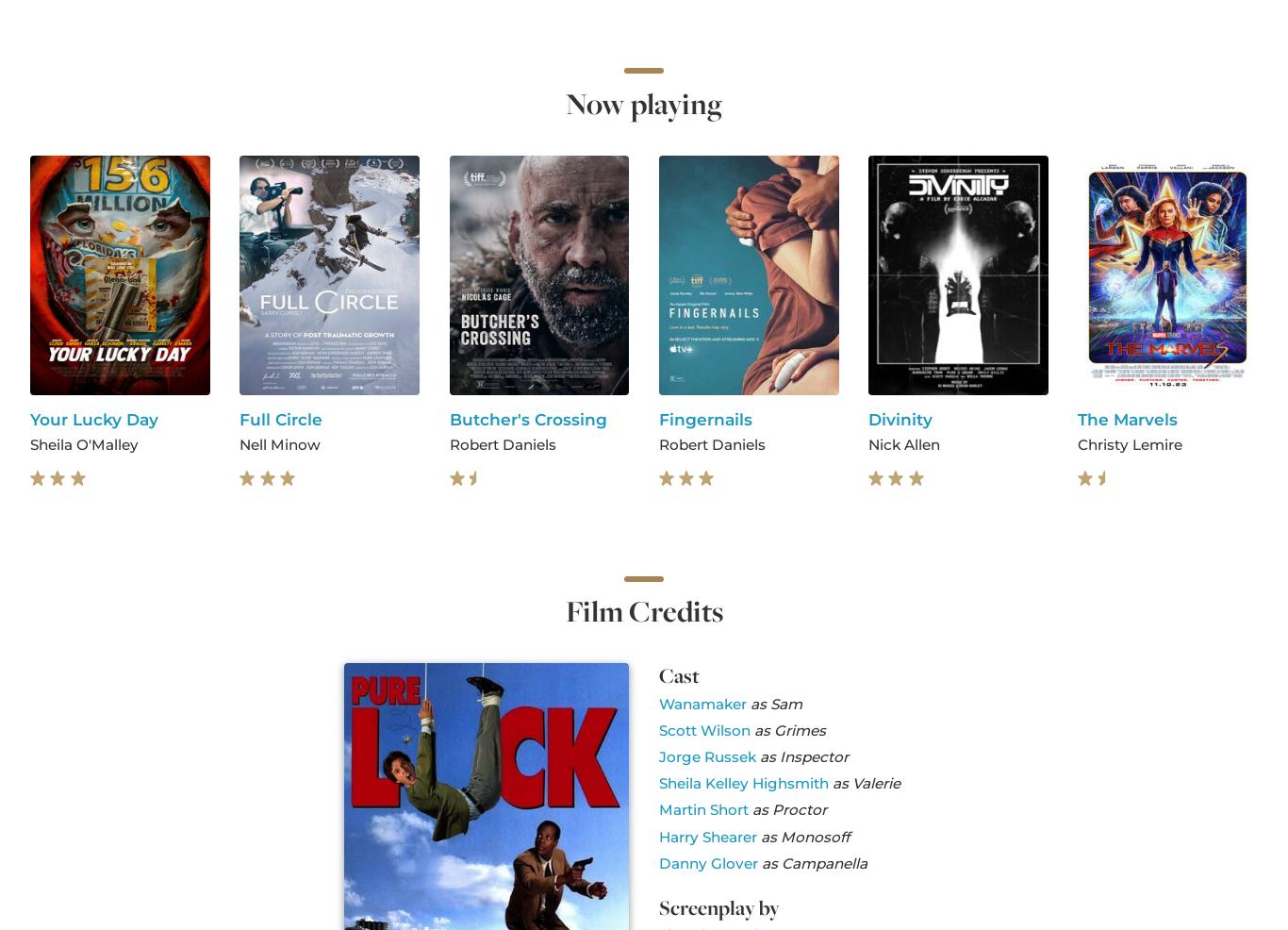 The height and width of the screenshot is (930, 1288). Describe the element at coordinates (1130, 443) in the screenshot. I see `'Christy Lemire'` at that location.